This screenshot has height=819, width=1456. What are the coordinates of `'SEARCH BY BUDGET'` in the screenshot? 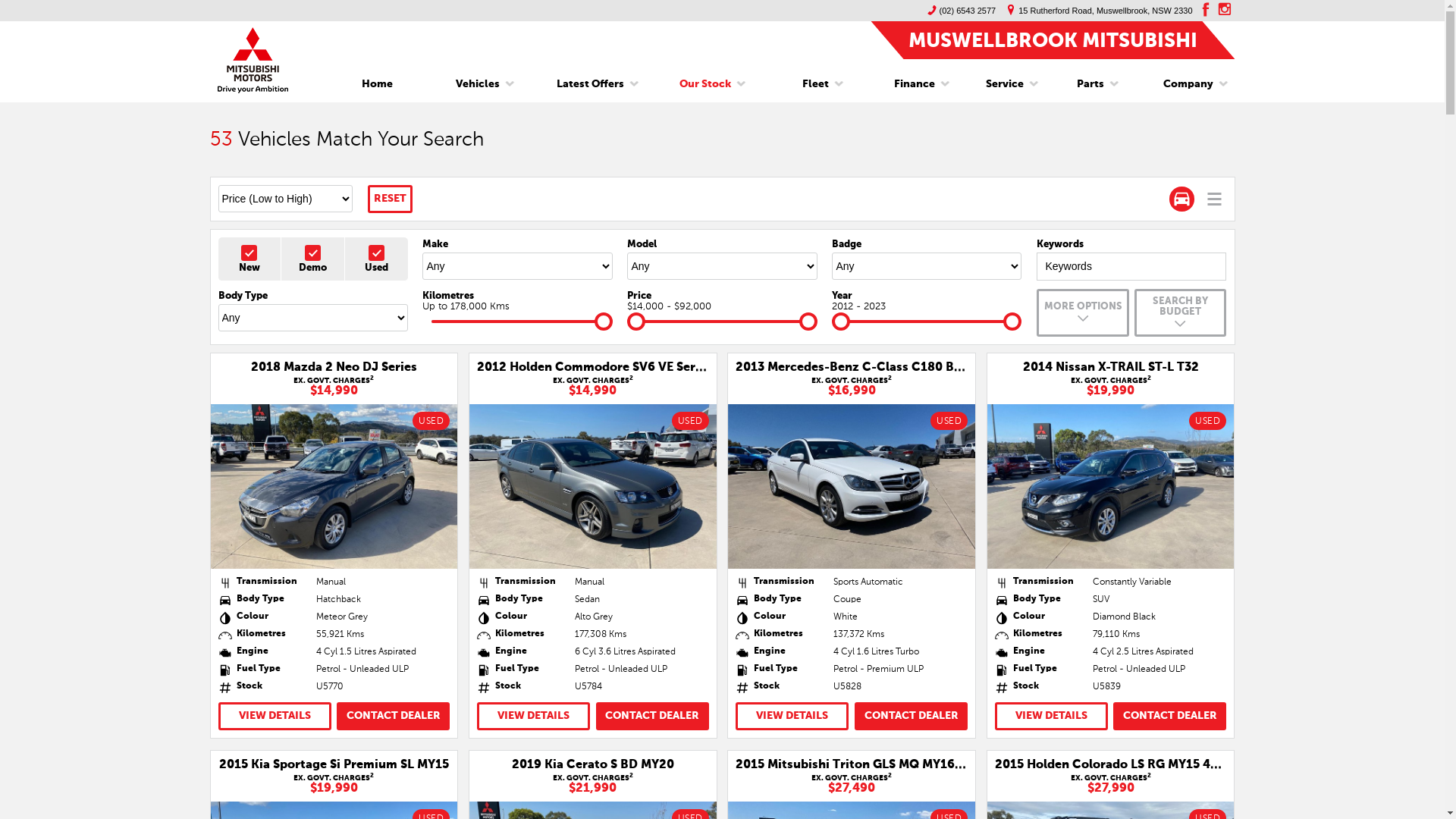 It's located at (1179, 312).